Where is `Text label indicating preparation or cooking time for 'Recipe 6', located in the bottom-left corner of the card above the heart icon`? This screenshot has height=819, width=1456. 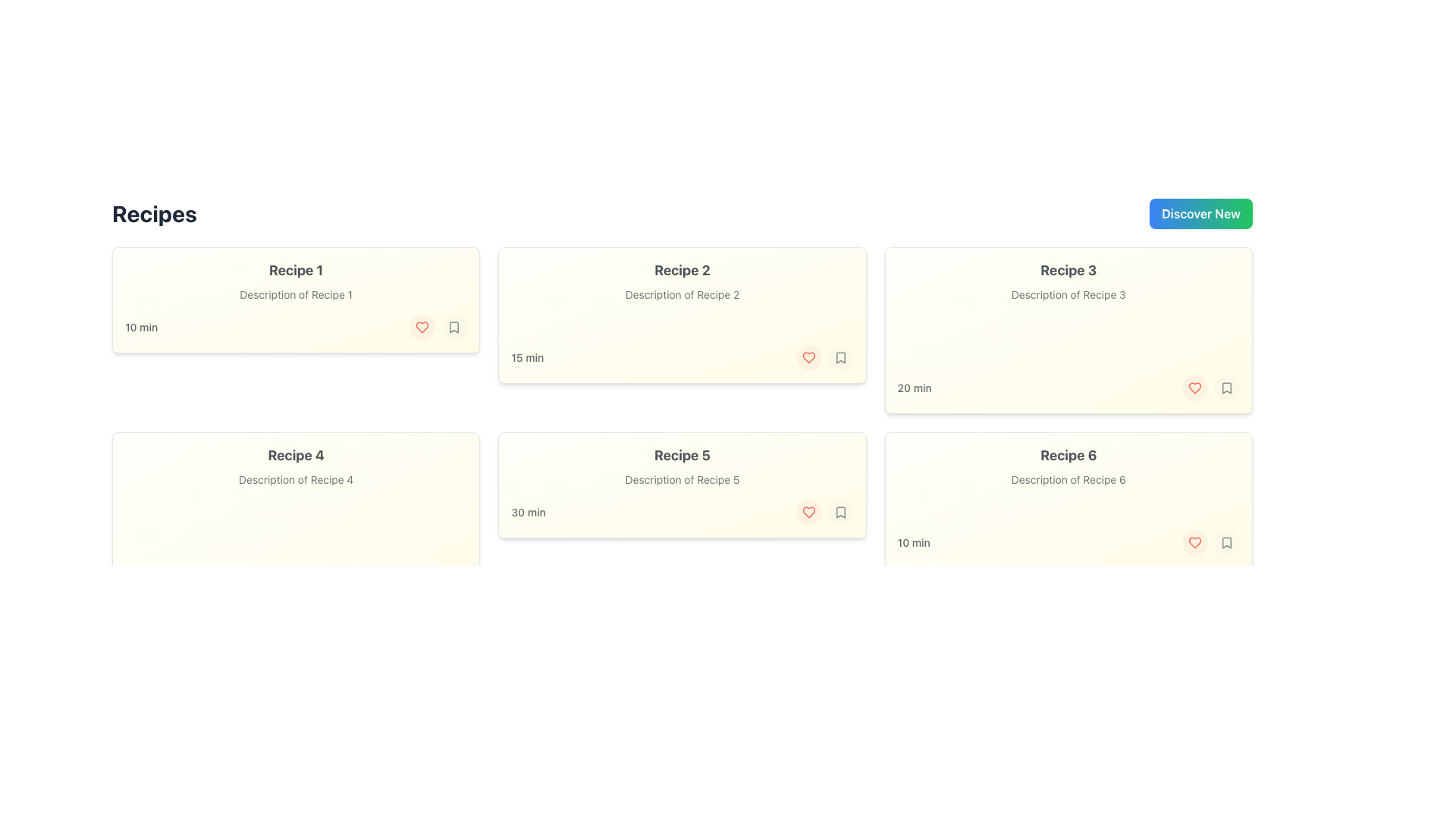
Text label indicating preparation or cooking time for 'Recipe 6', located in the bottom-left corner of the card above the heart icon is located at coordinates (913, 542).